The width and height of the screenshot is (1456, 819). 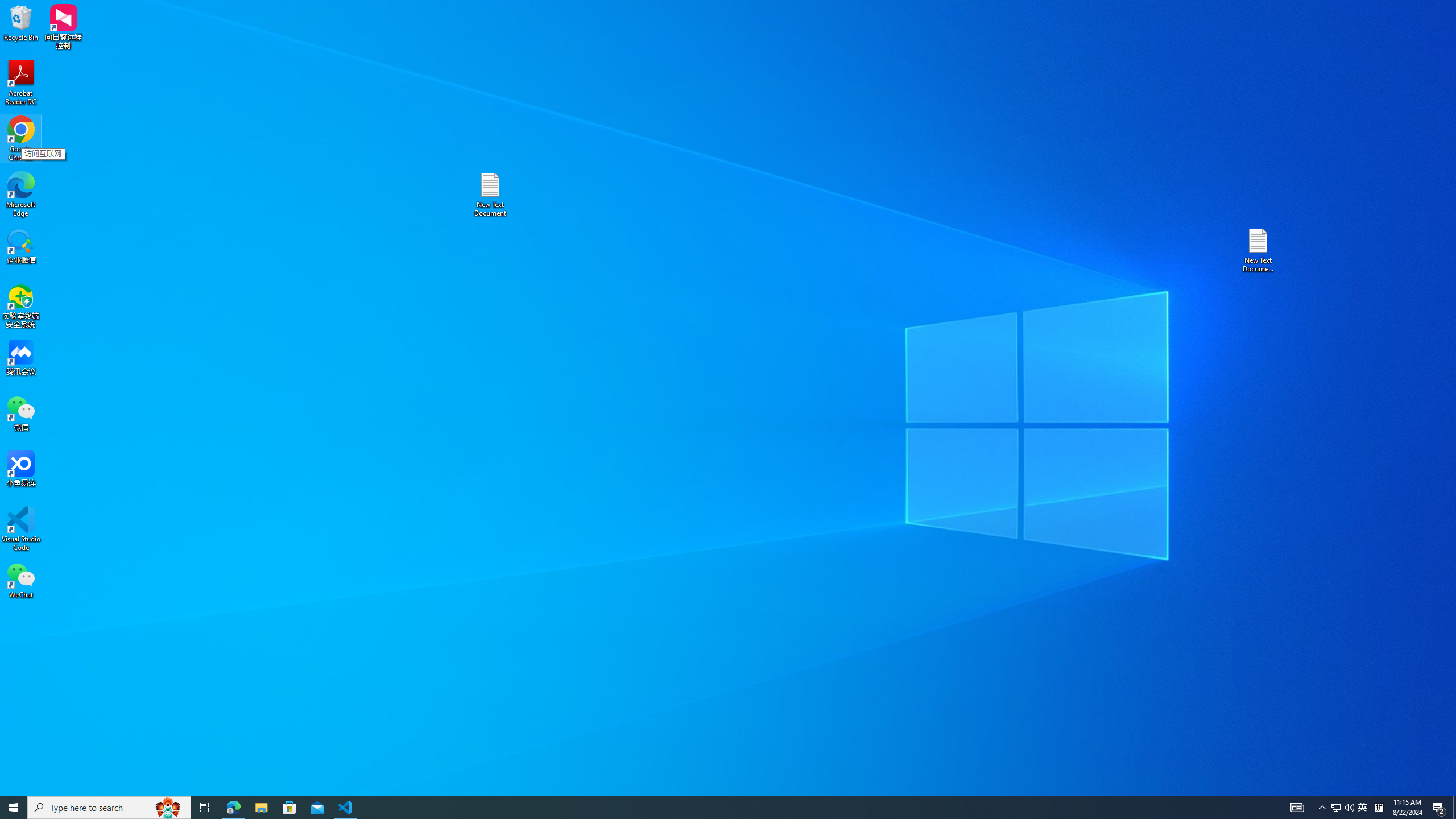 I want to click on 'Start', so click(x=14, y=806).